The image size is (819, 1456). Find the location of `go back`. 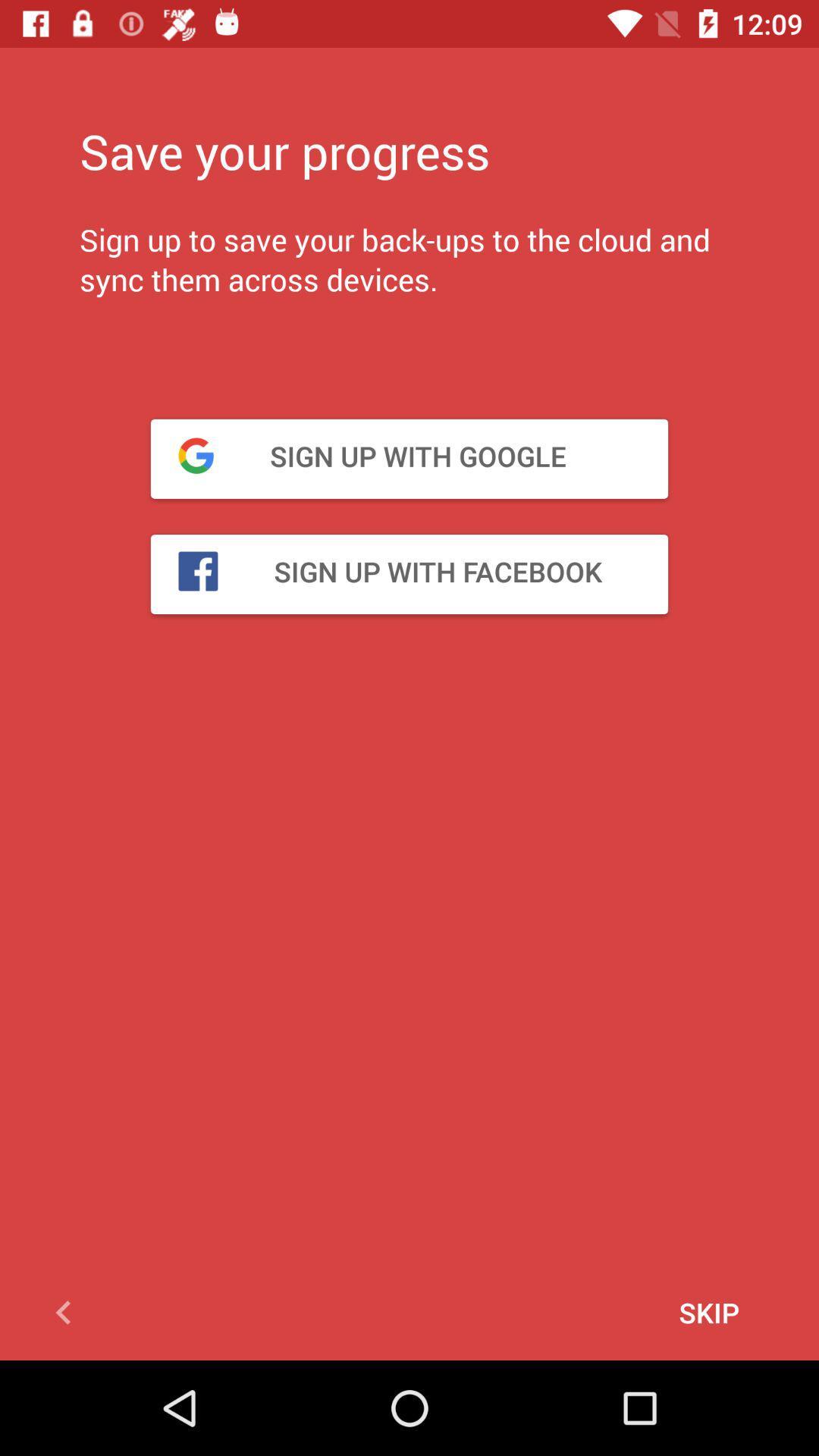

go back is located at coordinates (75, 1312).